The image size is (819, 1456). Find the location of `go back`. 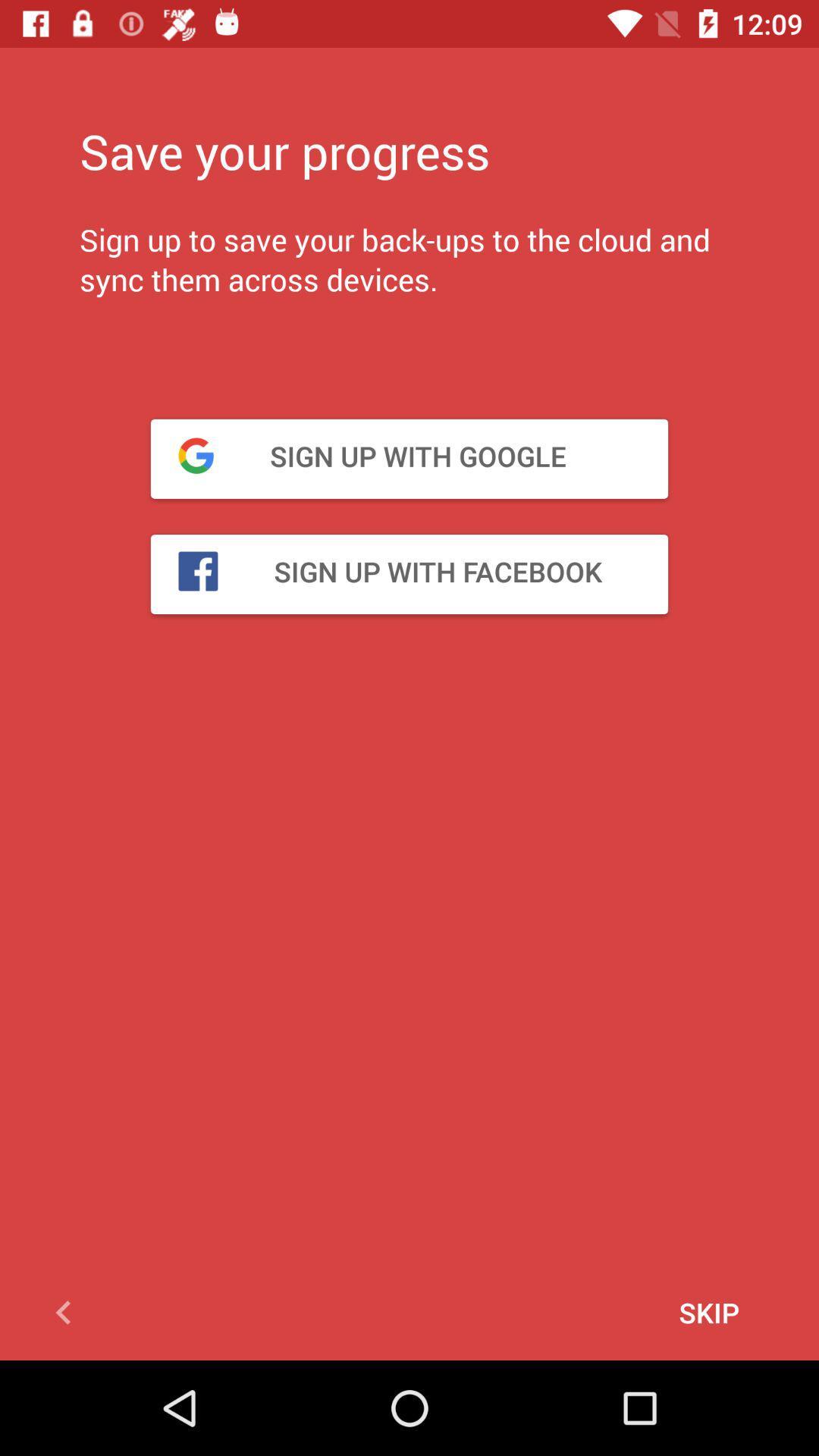

go back is located at coordinates (75, 1312).